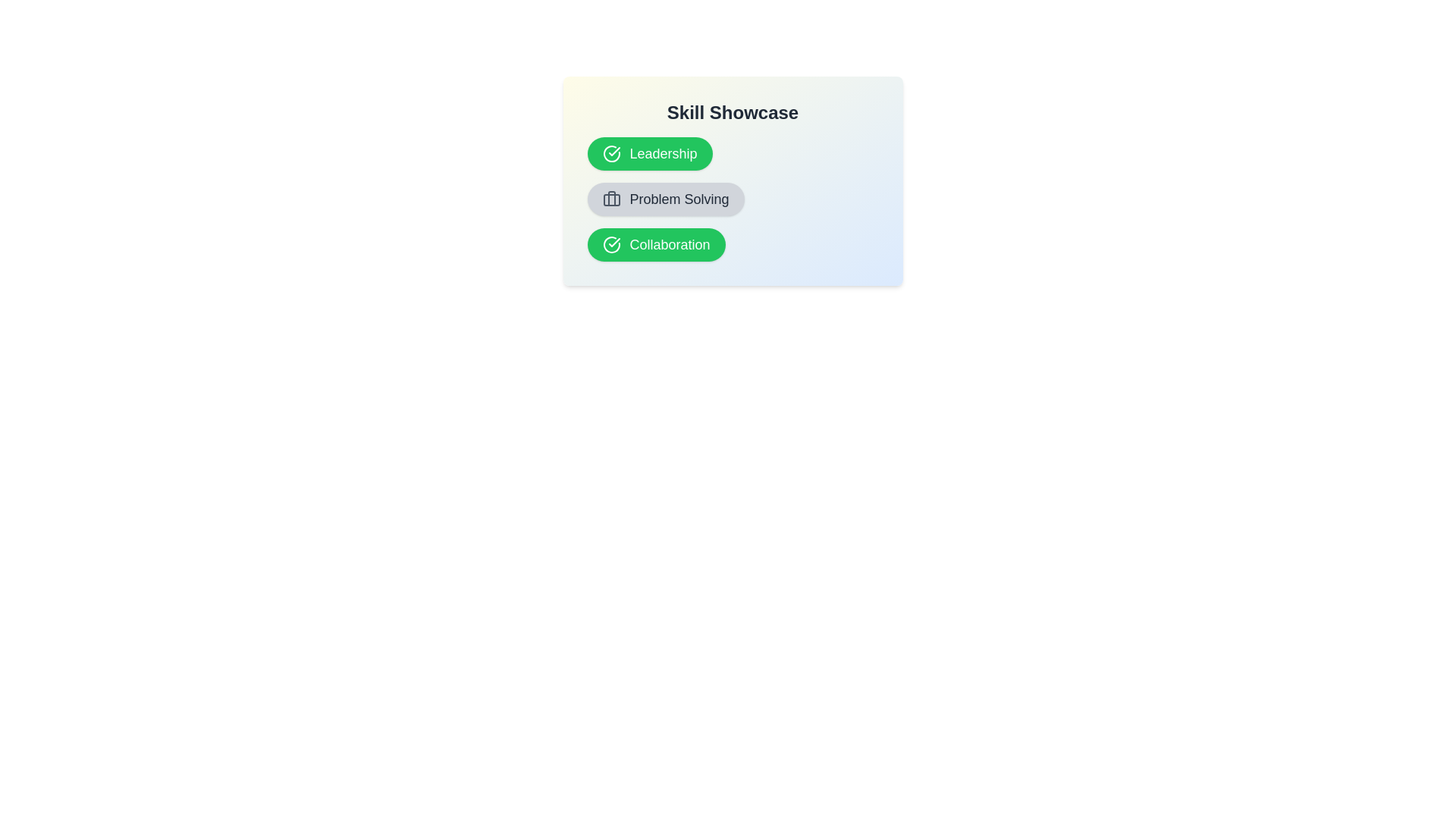  What do you see at coordinates (650, 154) in the screenshot?
I see `the skill item named Leadership` at bounding box center [650, 154].